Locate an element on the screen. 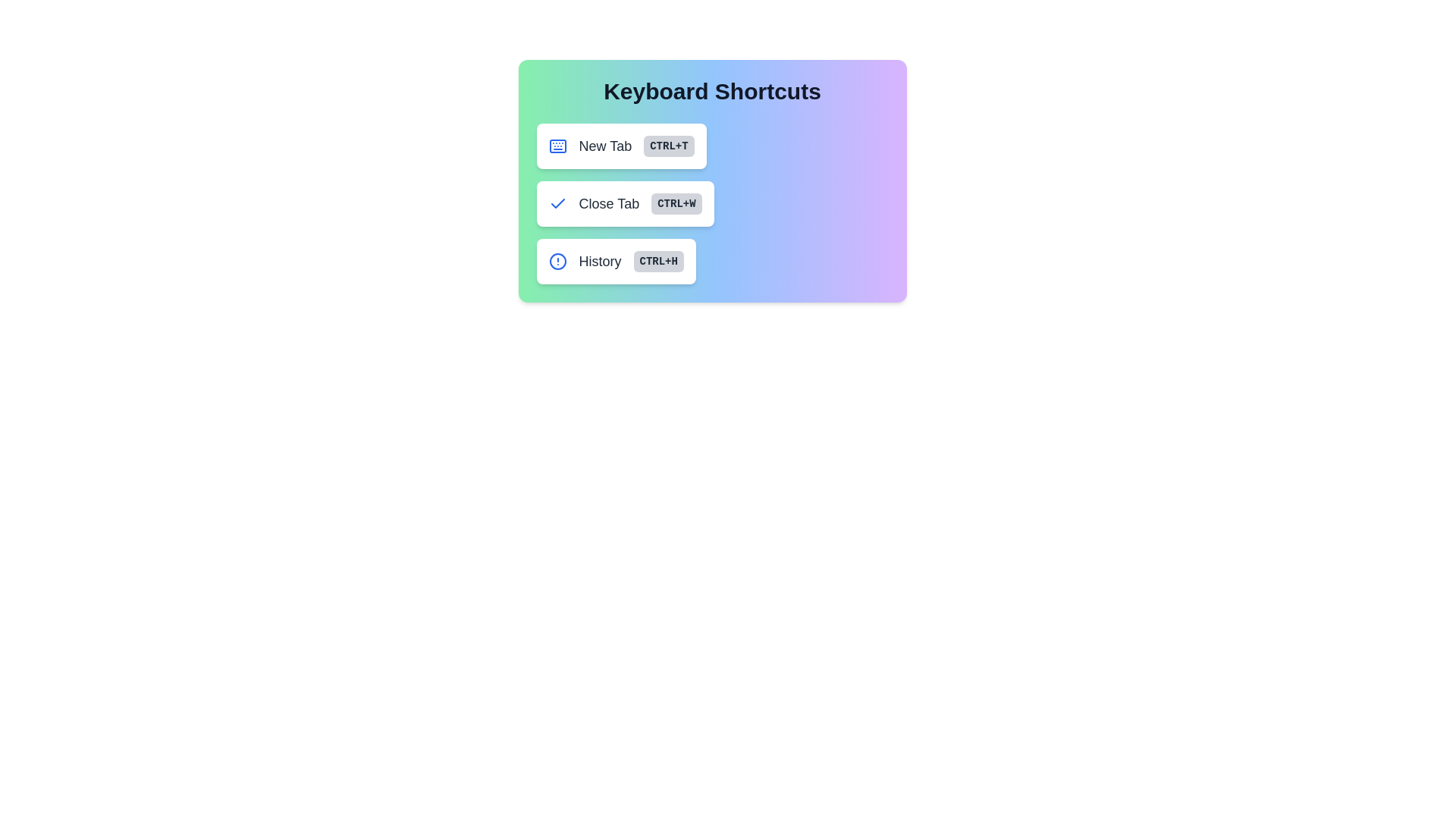 This screenshot has width=1456, height=819. the decorative warning icon located to the far-left side of the 'History Ctrl+H' button, which is the first element among its siblings is located at coordinates (557, 260).